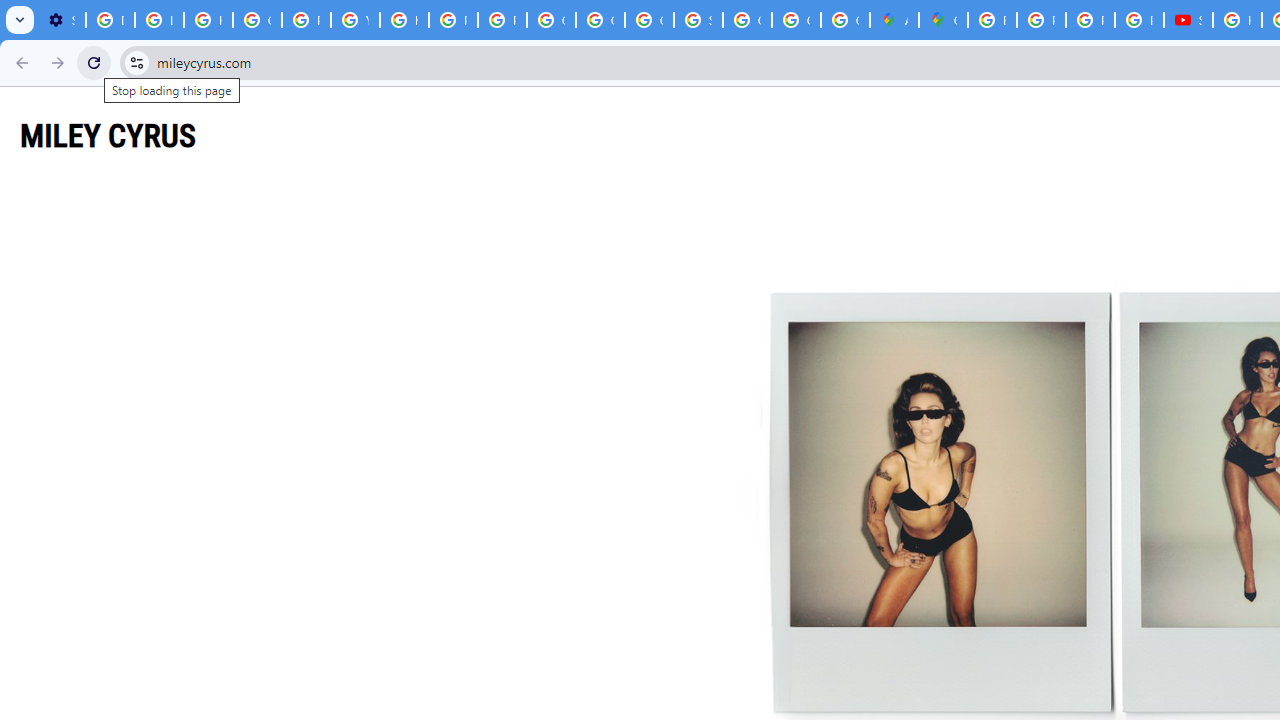 This screenshot has width=1280, height=720. Describe the element at coordinates (109, 20) in the screenshot. I see `'Delete photos & videos - Computer - Google Photos Help'` at that location.